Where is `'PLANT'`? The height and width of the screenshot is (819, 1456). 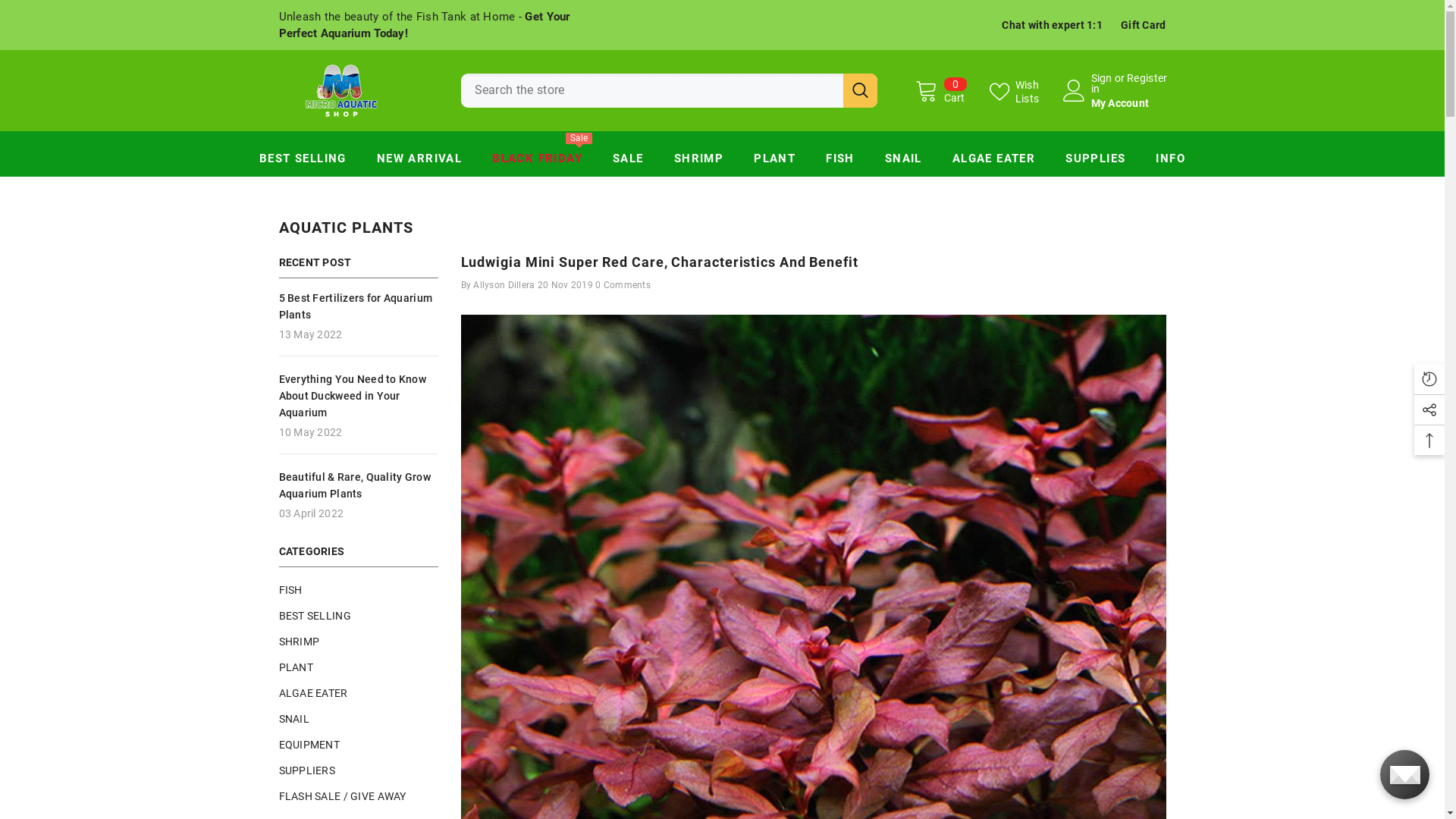 'PLANT' is located at coordinates (279, 666).